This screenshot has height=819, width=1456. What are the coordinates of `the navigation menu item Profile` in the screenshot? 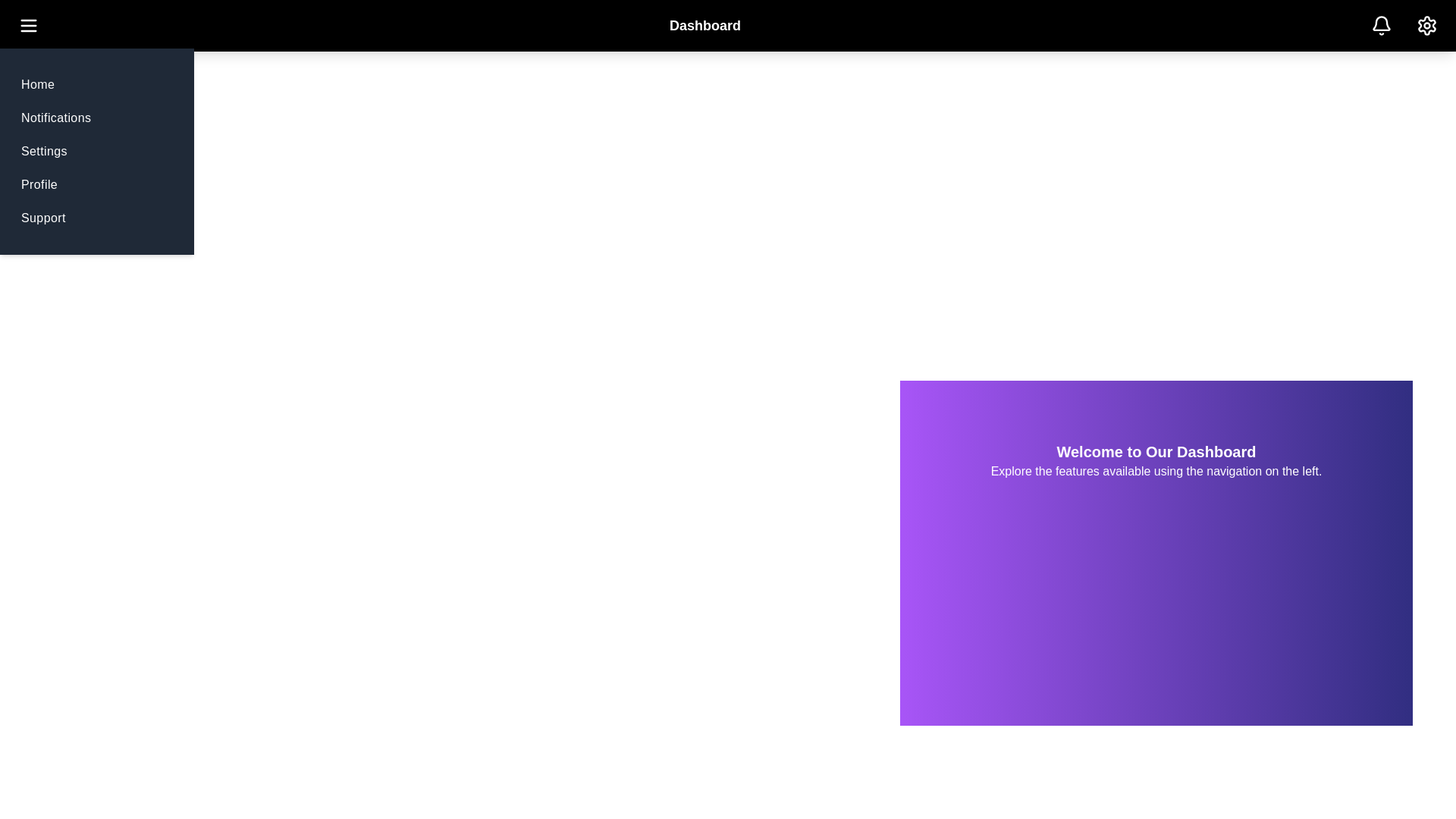 It's located at (39, 184).